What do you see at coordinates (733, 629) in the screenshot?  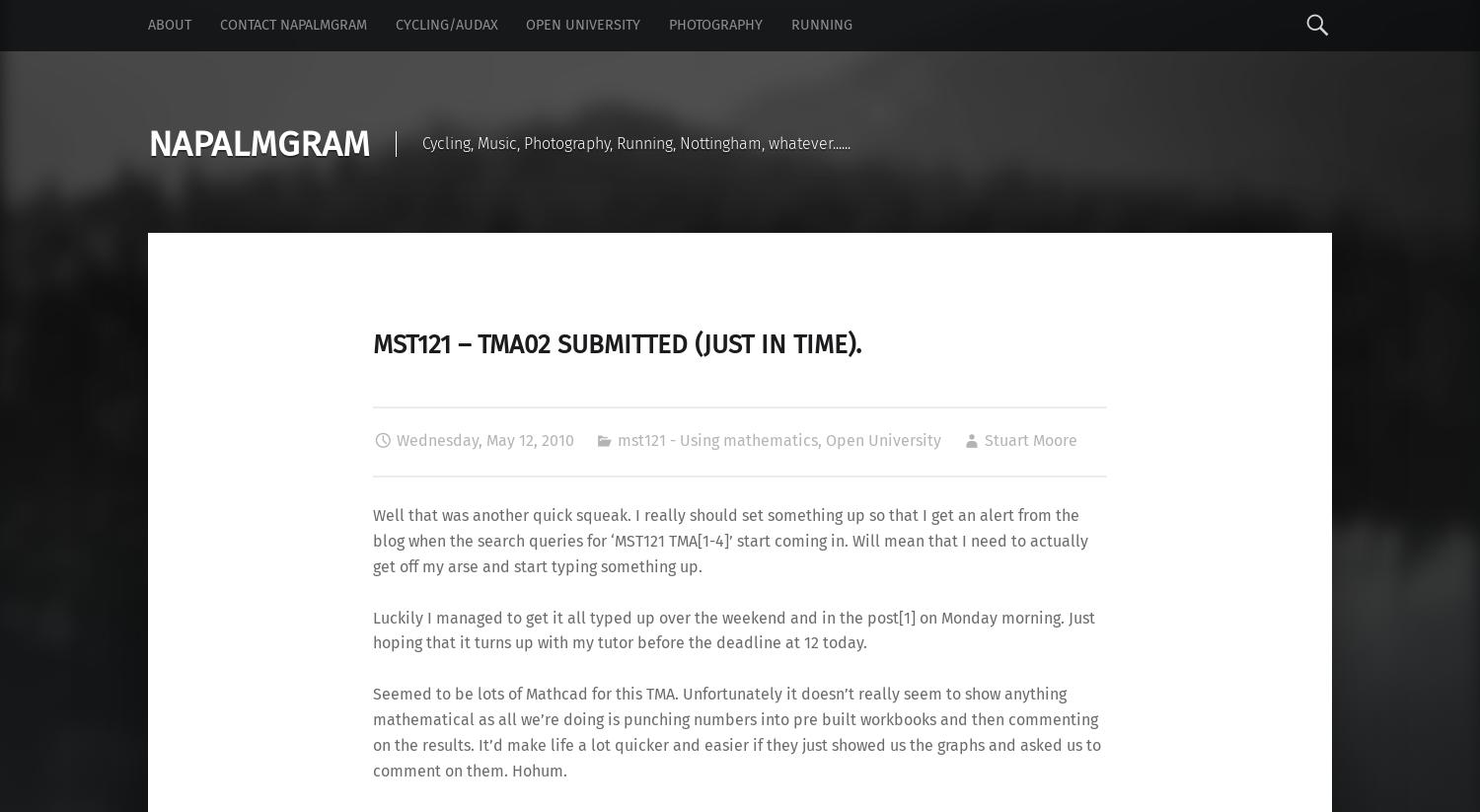 I see `'Luckily I managed to get it all typed up over the weekend and in the post[1] on Monday morning. Just hoping that it turns up with my tutor before the deadline at 12 today.'` at bounding box center [733, 629].